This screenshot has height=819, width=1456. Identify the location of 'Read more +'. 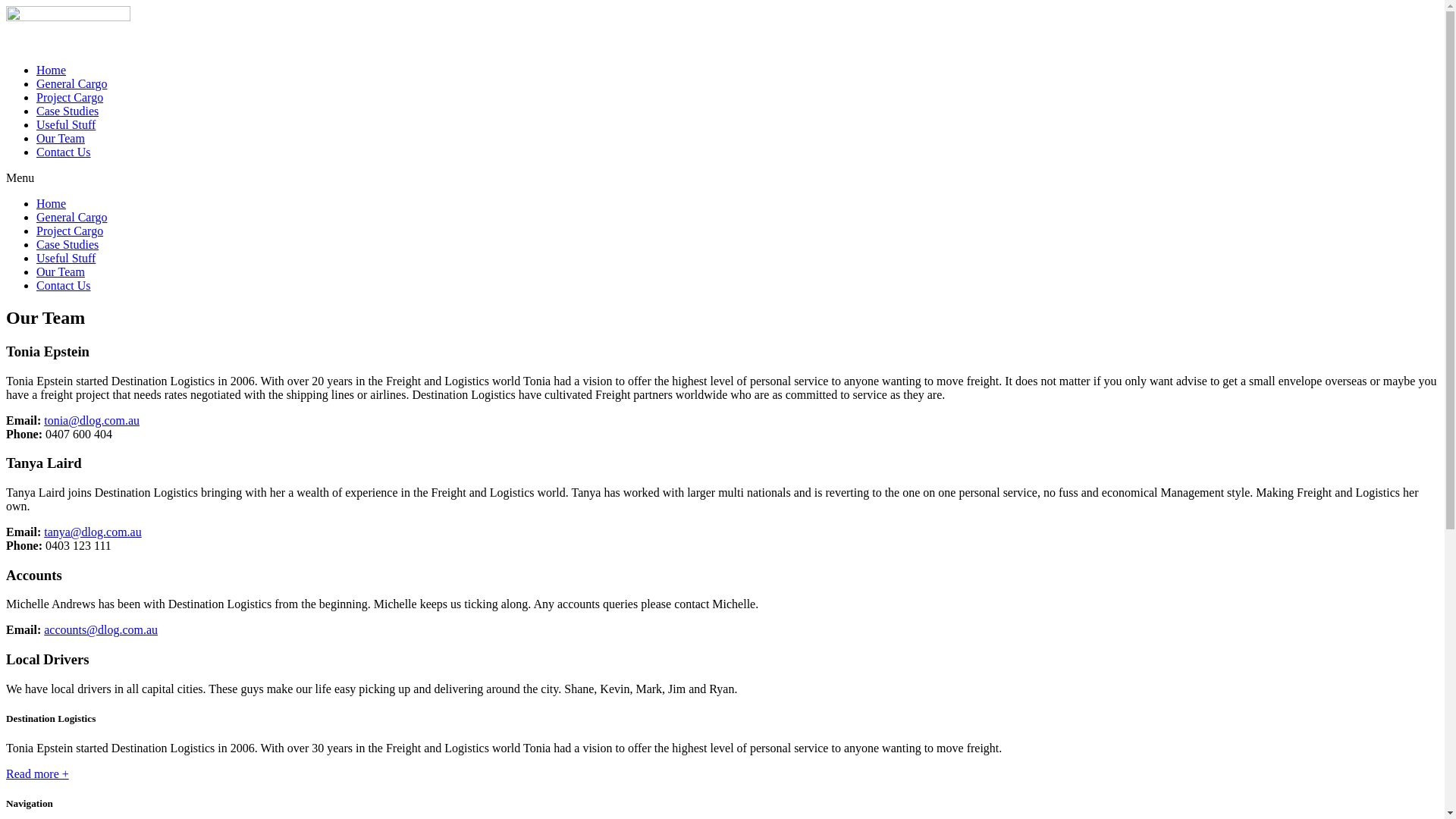
(37, 773).